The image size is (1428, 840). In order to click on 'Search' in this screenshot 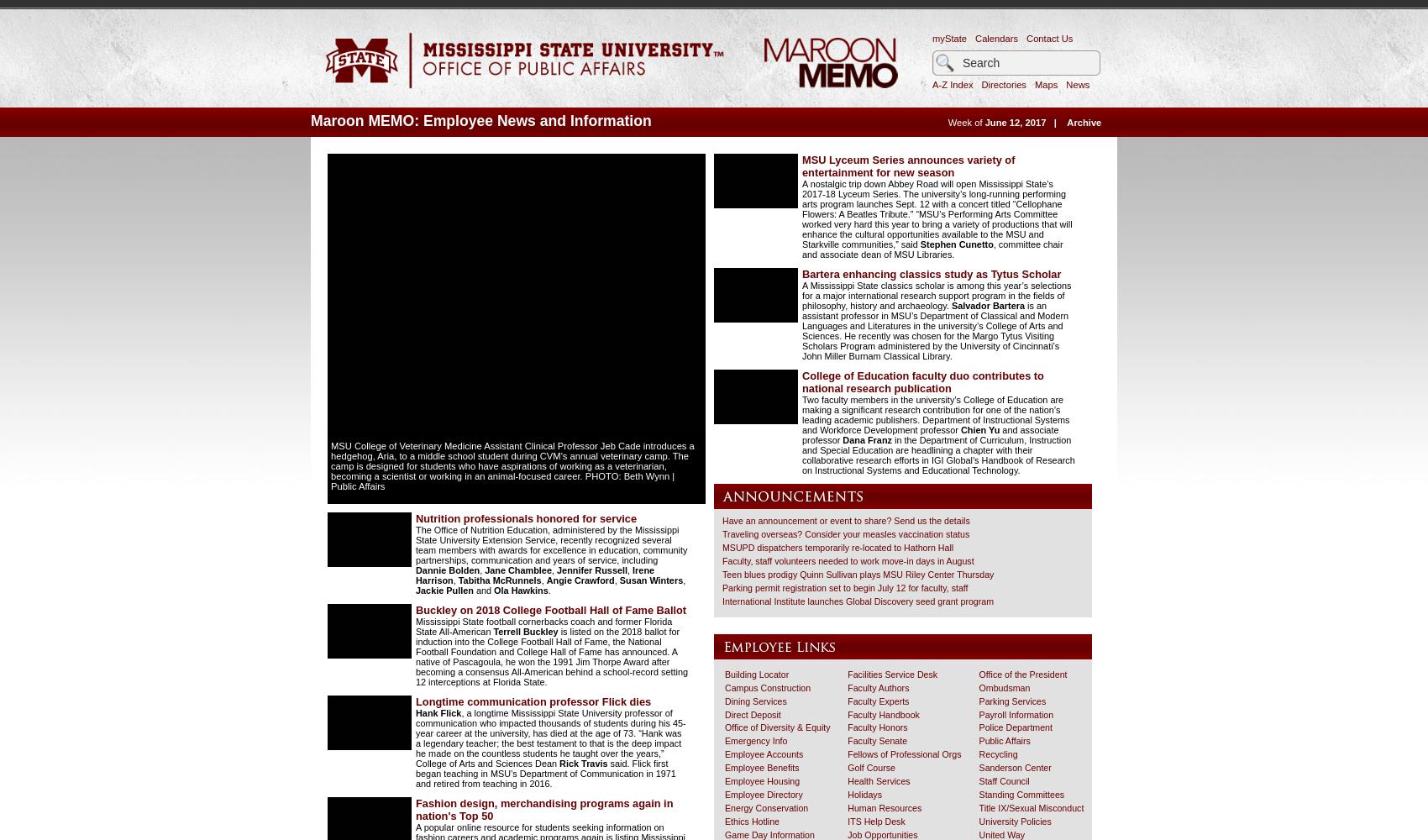, I will do `click(975, 47)`.